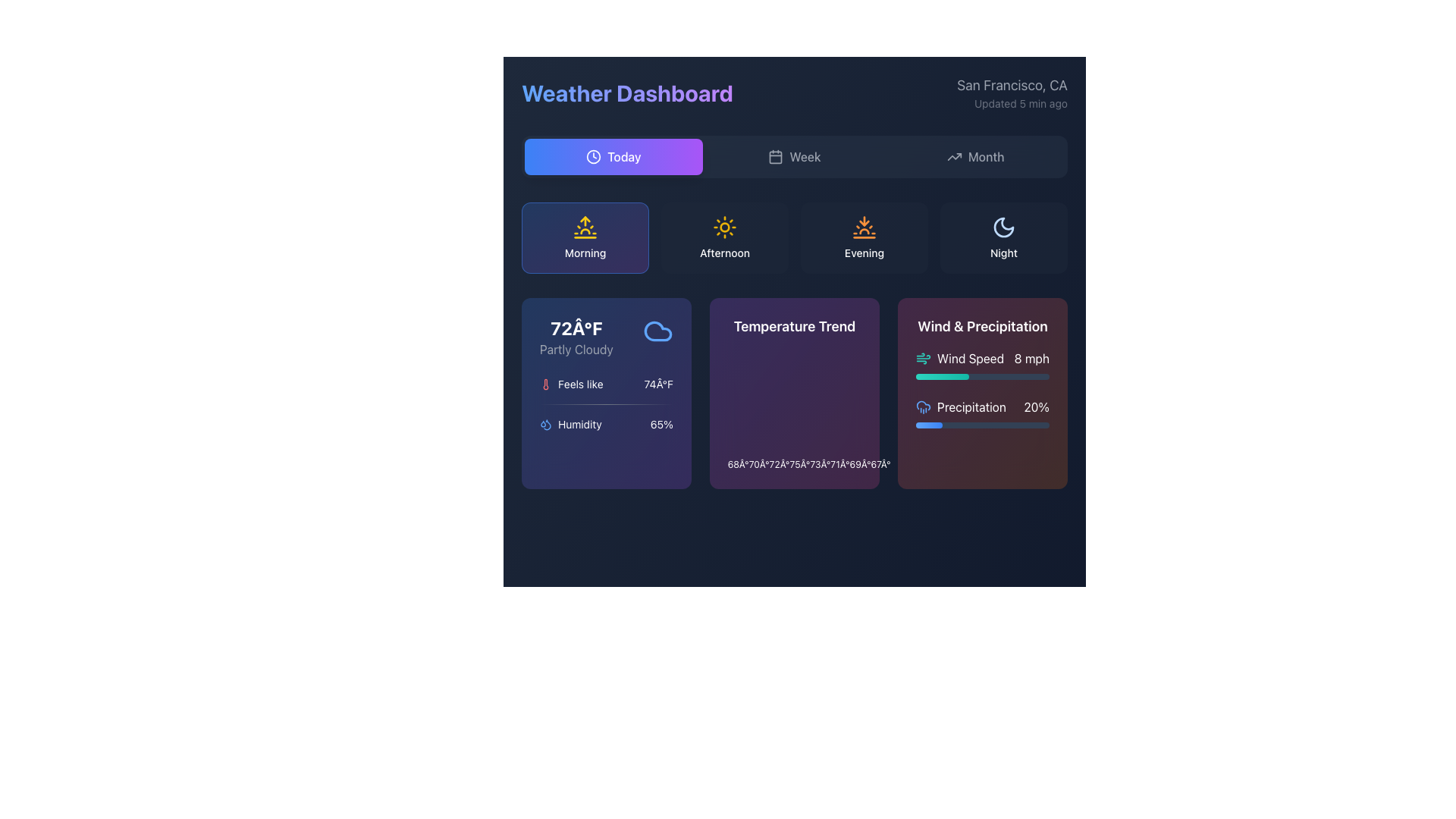 This screenshot has height=819, width=1456. What do you see at coordinates (990, 376) in the screenshot?
I see `precipitation level` at bounding box center [990, 376].